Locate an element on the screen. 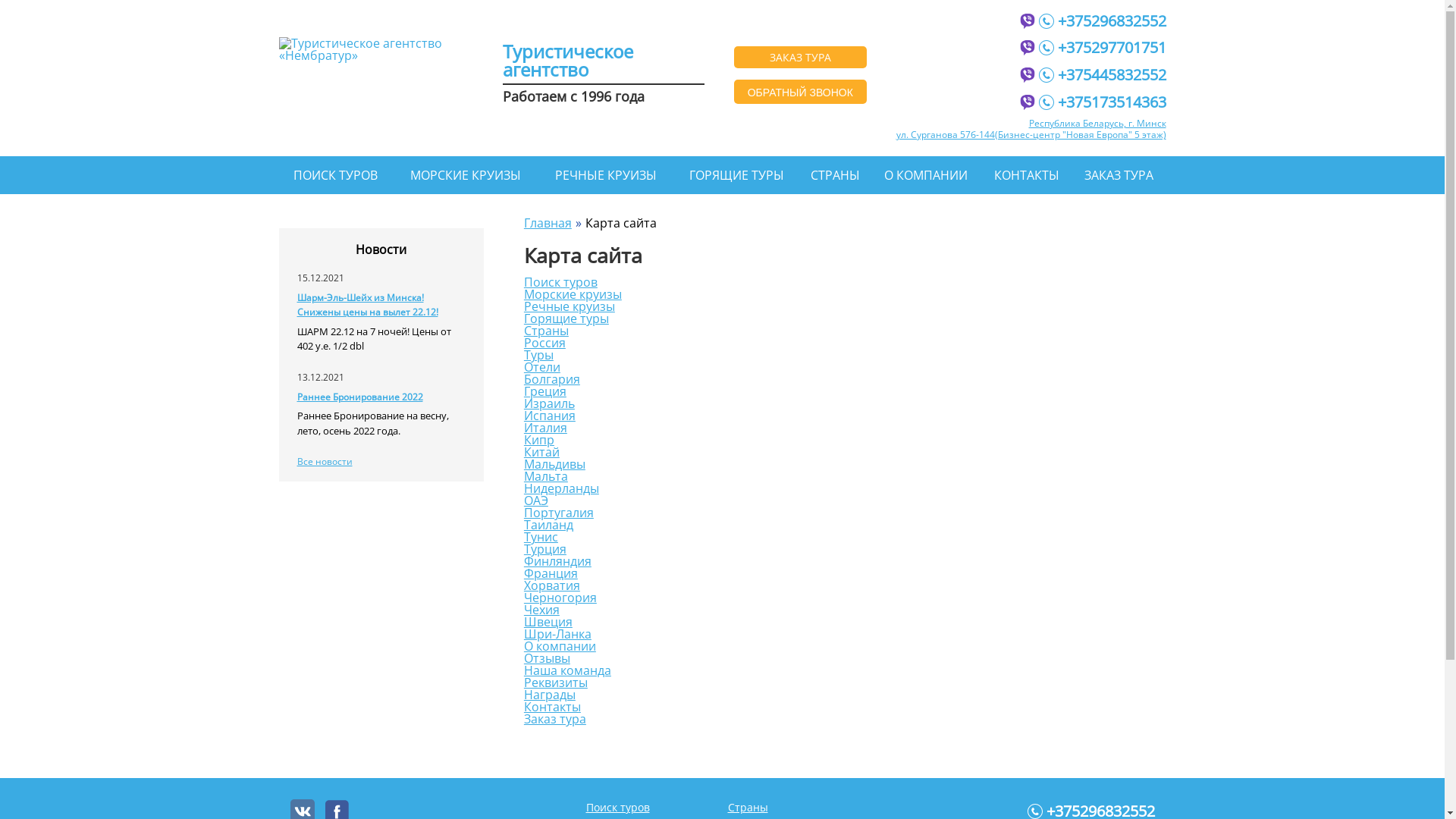 The height and width of the screenshot is (819, 1456). '+375296832552' is located at coordinates (1103, 19).